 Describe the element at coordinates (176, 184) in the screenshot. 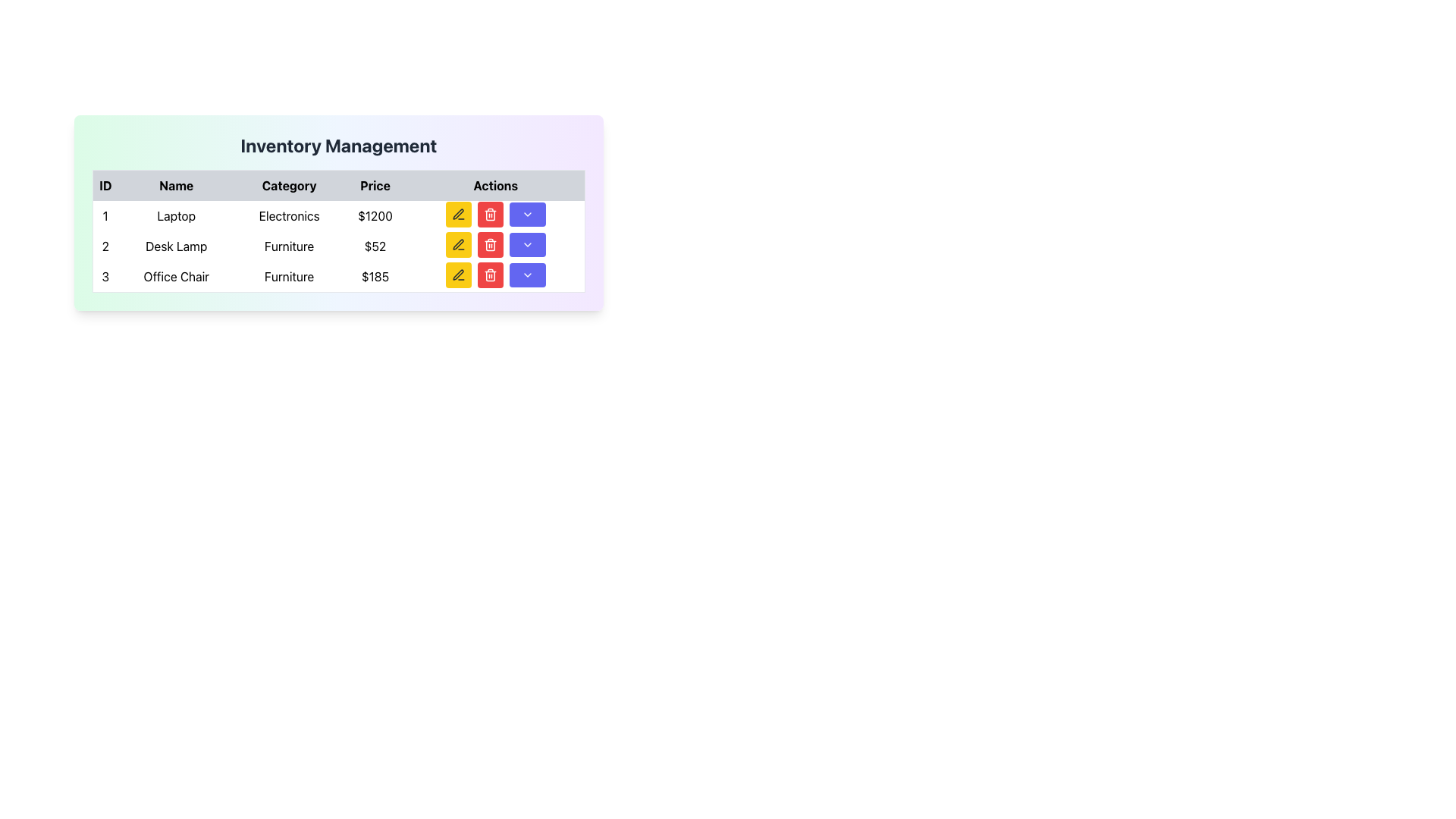

I see `the text label that reads 'Name', which is styled in black text on a light gray background and is part of the header row in the data table` at that location.